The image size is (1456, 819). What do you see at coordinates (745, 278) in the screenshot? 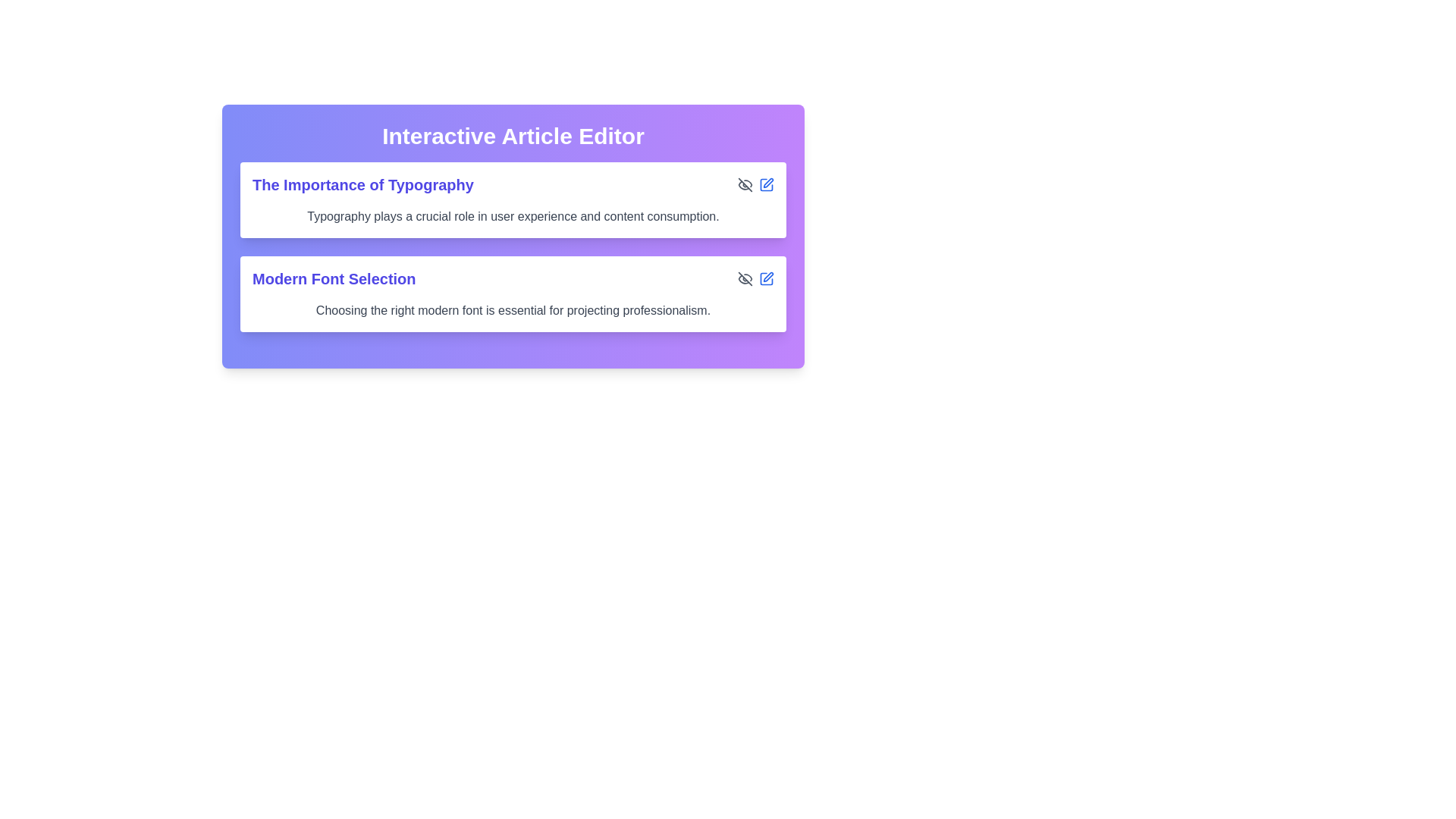
I see `the gray crossed-out eye icon button located to the right of the 'Modern Font Selection' title` at bounding box center [745, 278].